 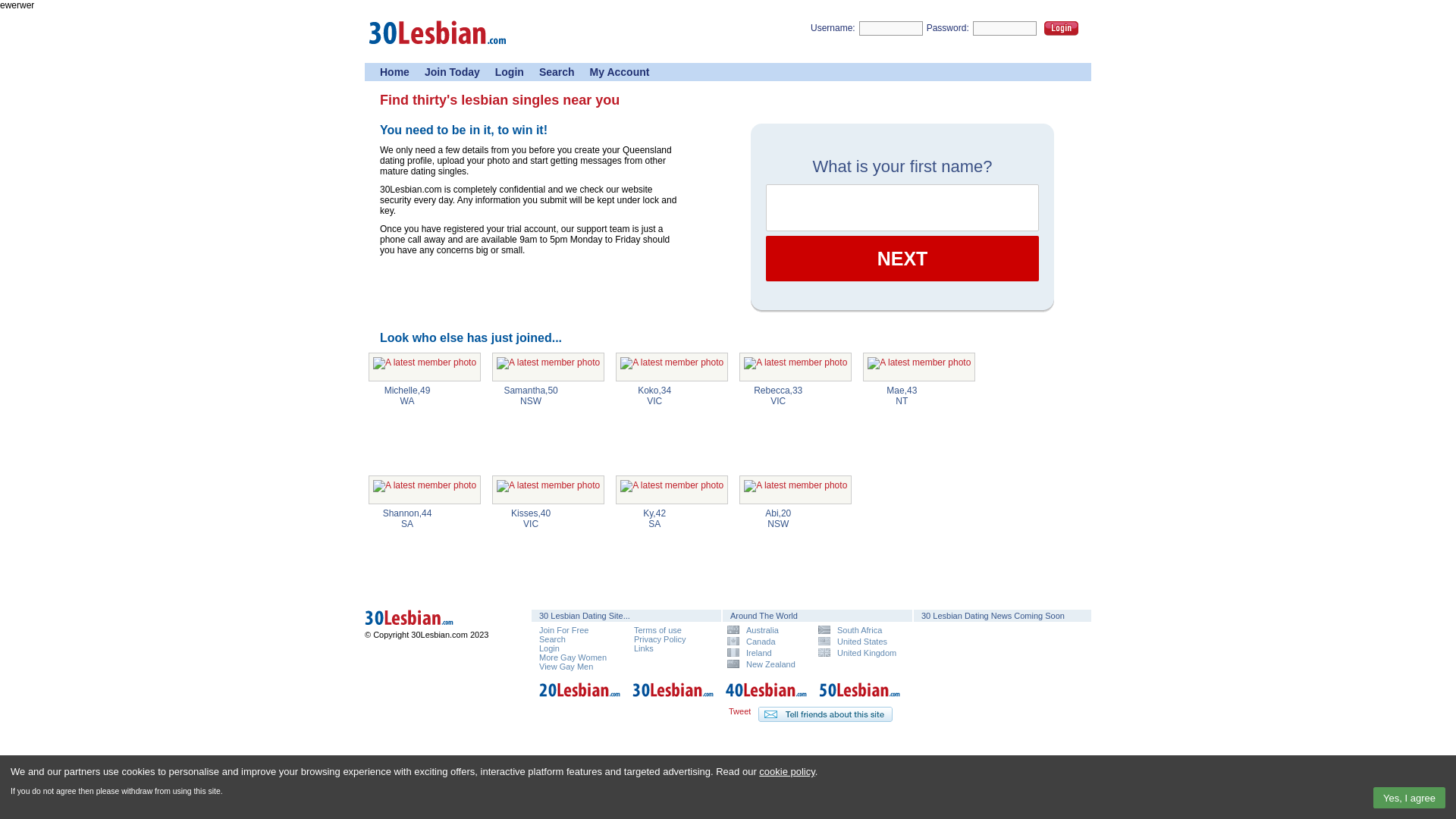 What do you see at coordinates (510, 72) in the screenshot?
I see `'Login'` at bounding box center [510, 72].